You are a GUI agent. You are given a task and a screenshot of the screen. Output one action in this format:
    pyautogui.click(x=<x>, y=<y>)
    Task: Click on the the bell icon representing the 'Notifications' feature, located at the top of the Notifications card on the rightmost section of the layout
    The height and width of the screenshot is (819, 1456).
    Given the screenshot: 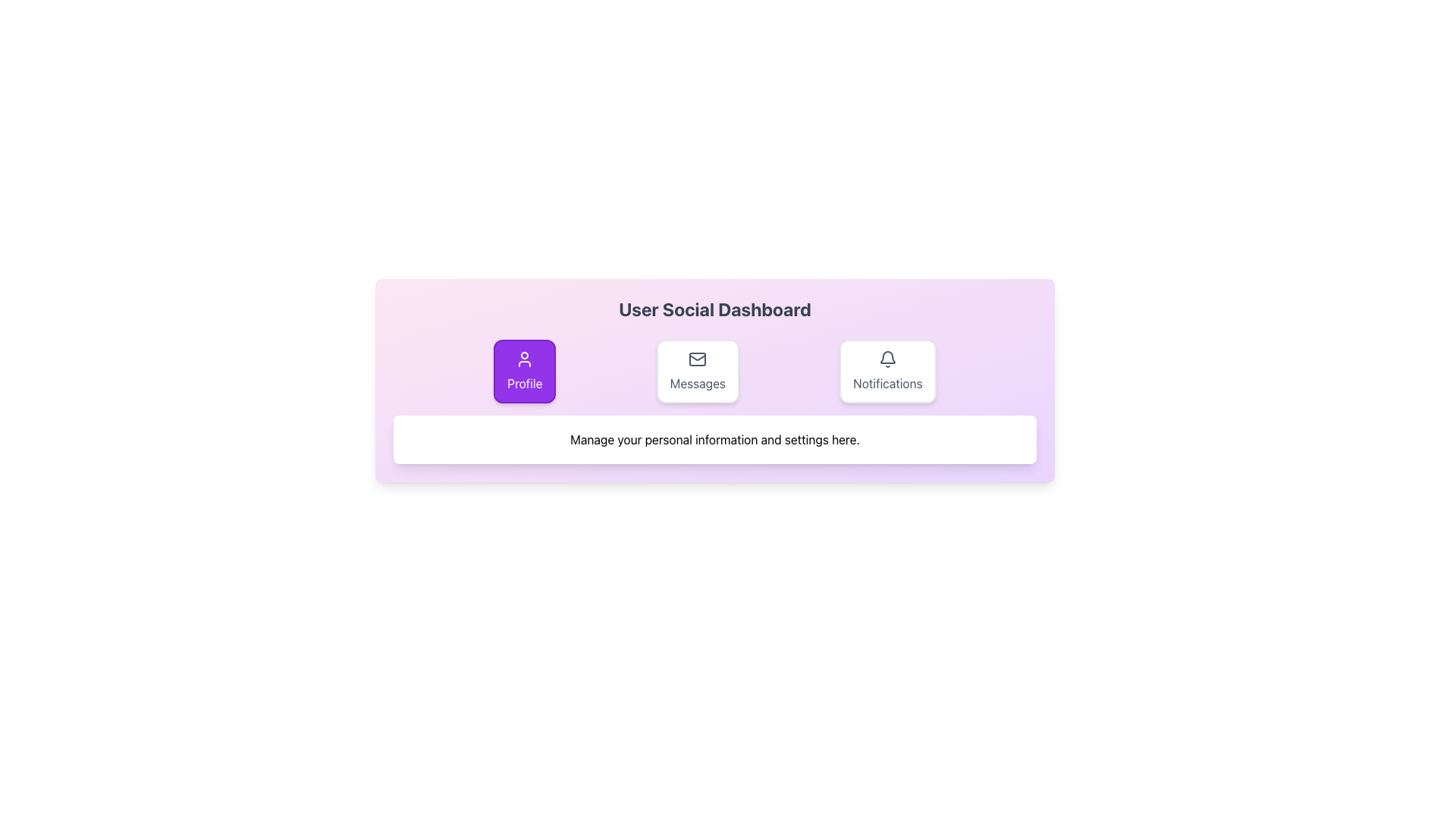 What is the action you would take?
    pyautogui.click(x=888, y=359)
    